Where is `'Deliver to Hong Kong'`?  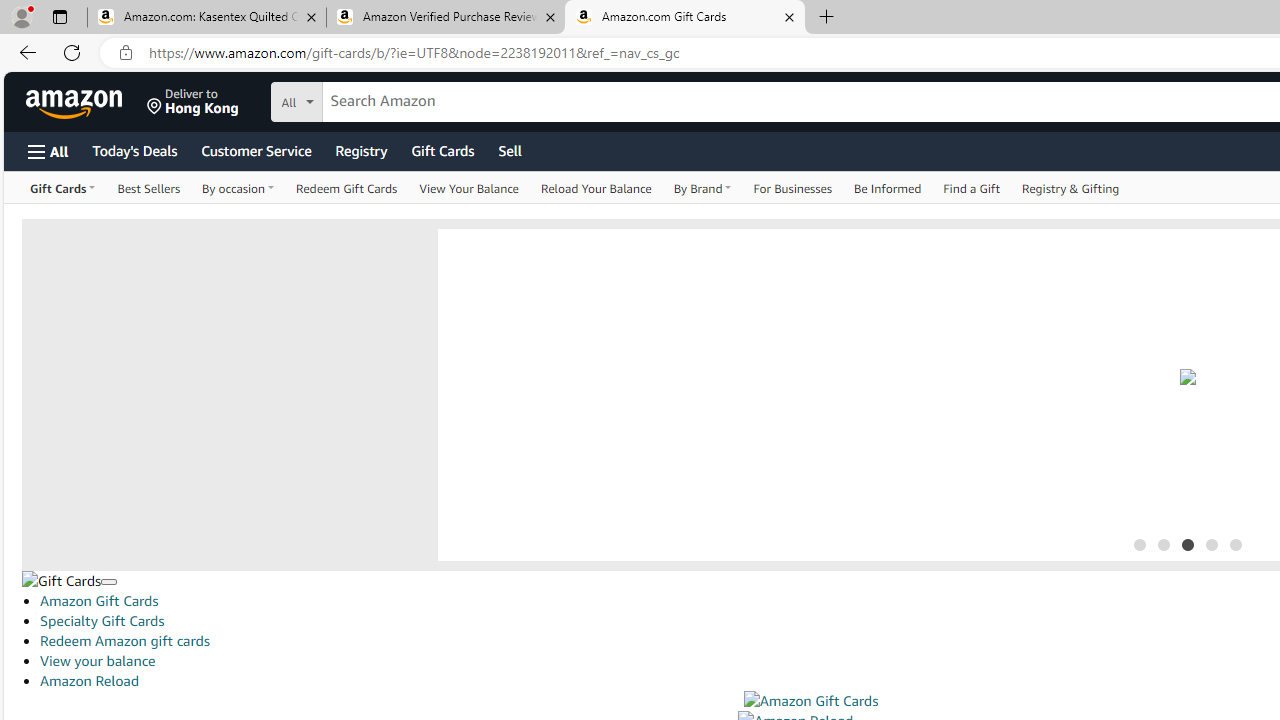 'Deliver to Hong Kong' is located at coordinates (193, 101).